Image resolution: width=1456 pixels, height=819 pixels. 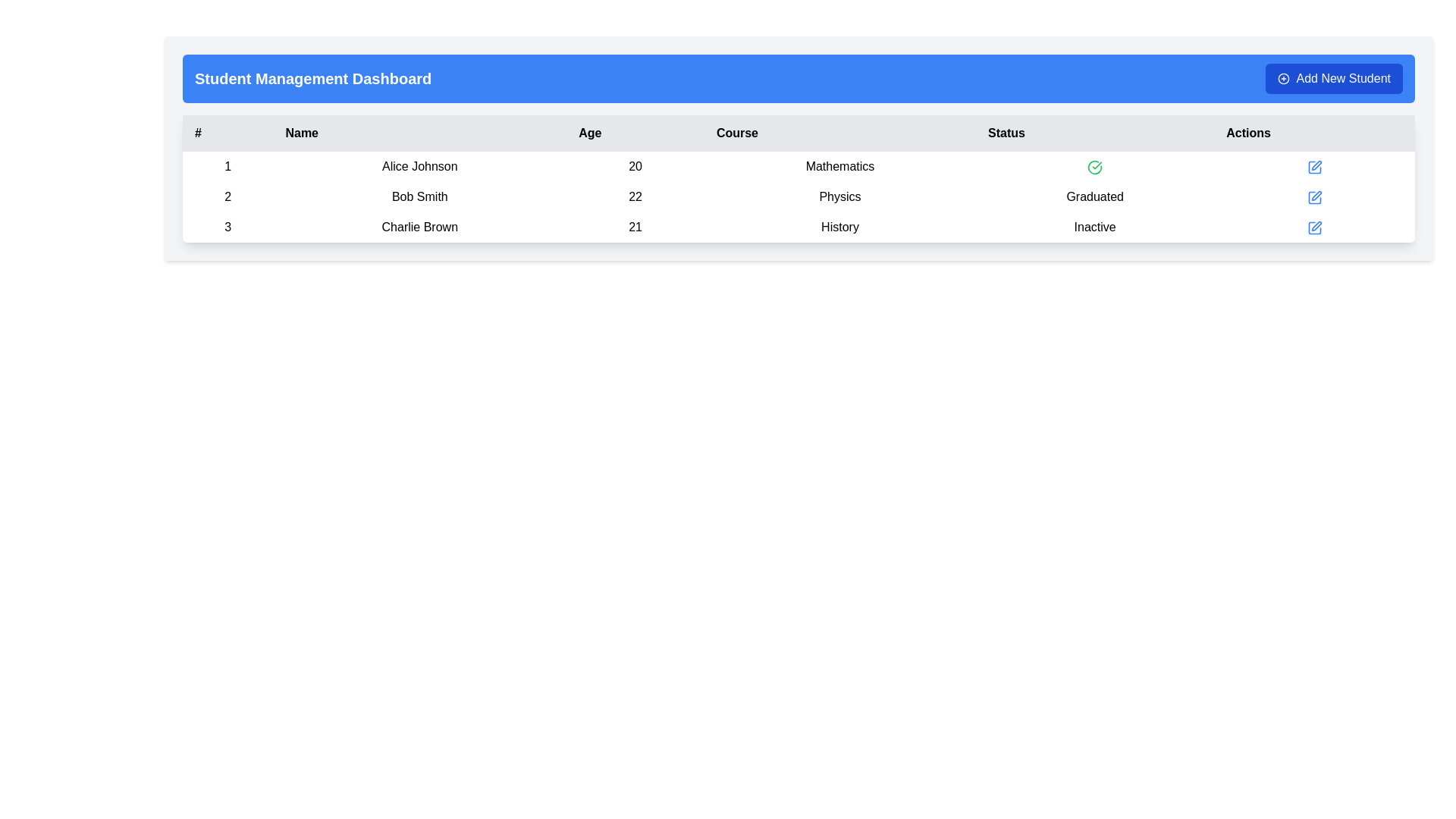 What do you see at coordinates (1313, 166) in the screenshot?
I see `the edit button with an icon located in the 'Actions' column of the last row in the data table for user 'Charlie Brown'` at bounding box center [1313, 166].